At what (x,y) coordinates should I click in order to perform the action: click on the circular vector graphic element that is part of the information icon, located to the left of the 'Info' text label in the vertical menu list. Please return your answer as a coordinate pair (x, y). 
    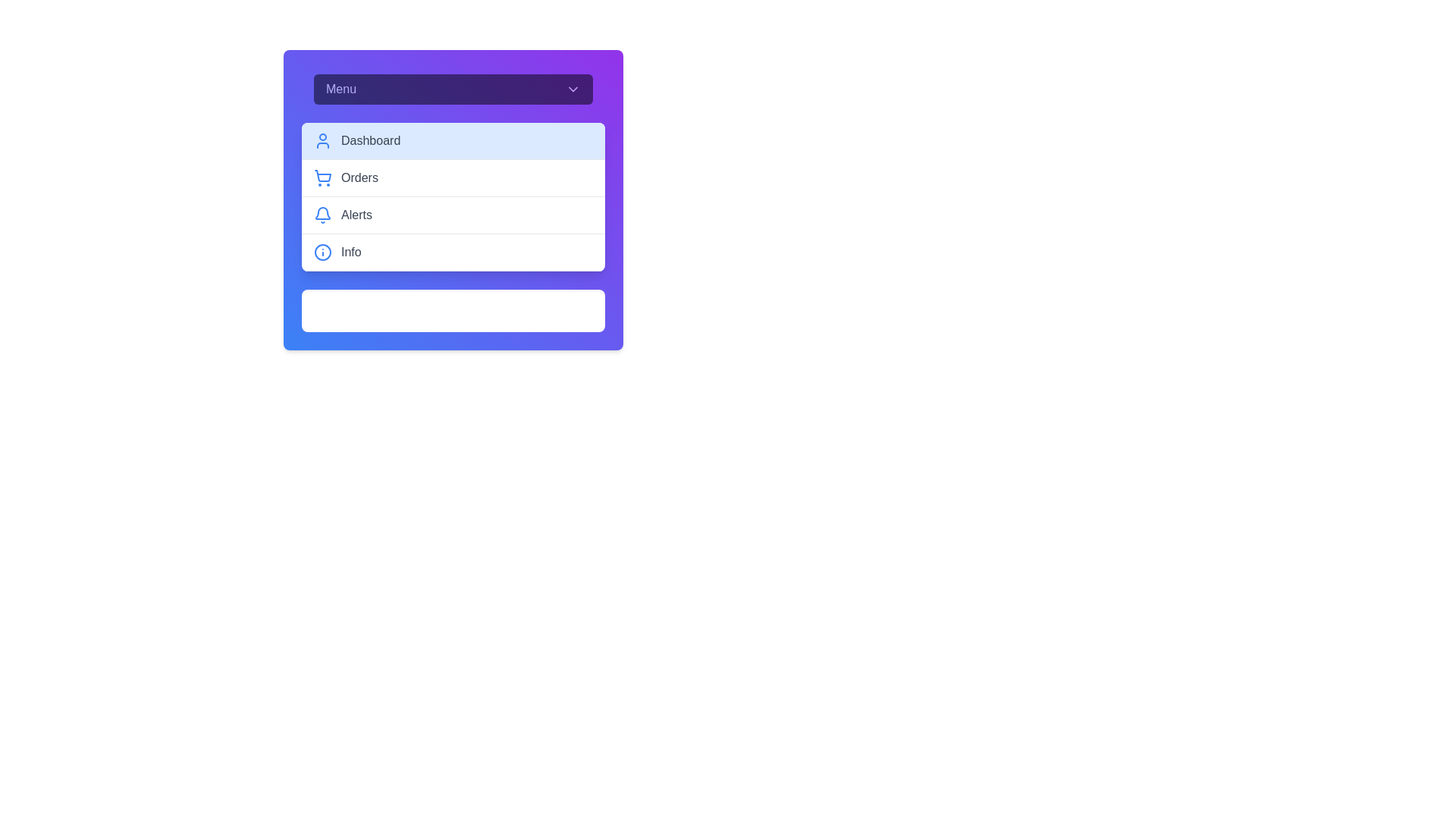
    Looking at the image, I should click on (322, 251).